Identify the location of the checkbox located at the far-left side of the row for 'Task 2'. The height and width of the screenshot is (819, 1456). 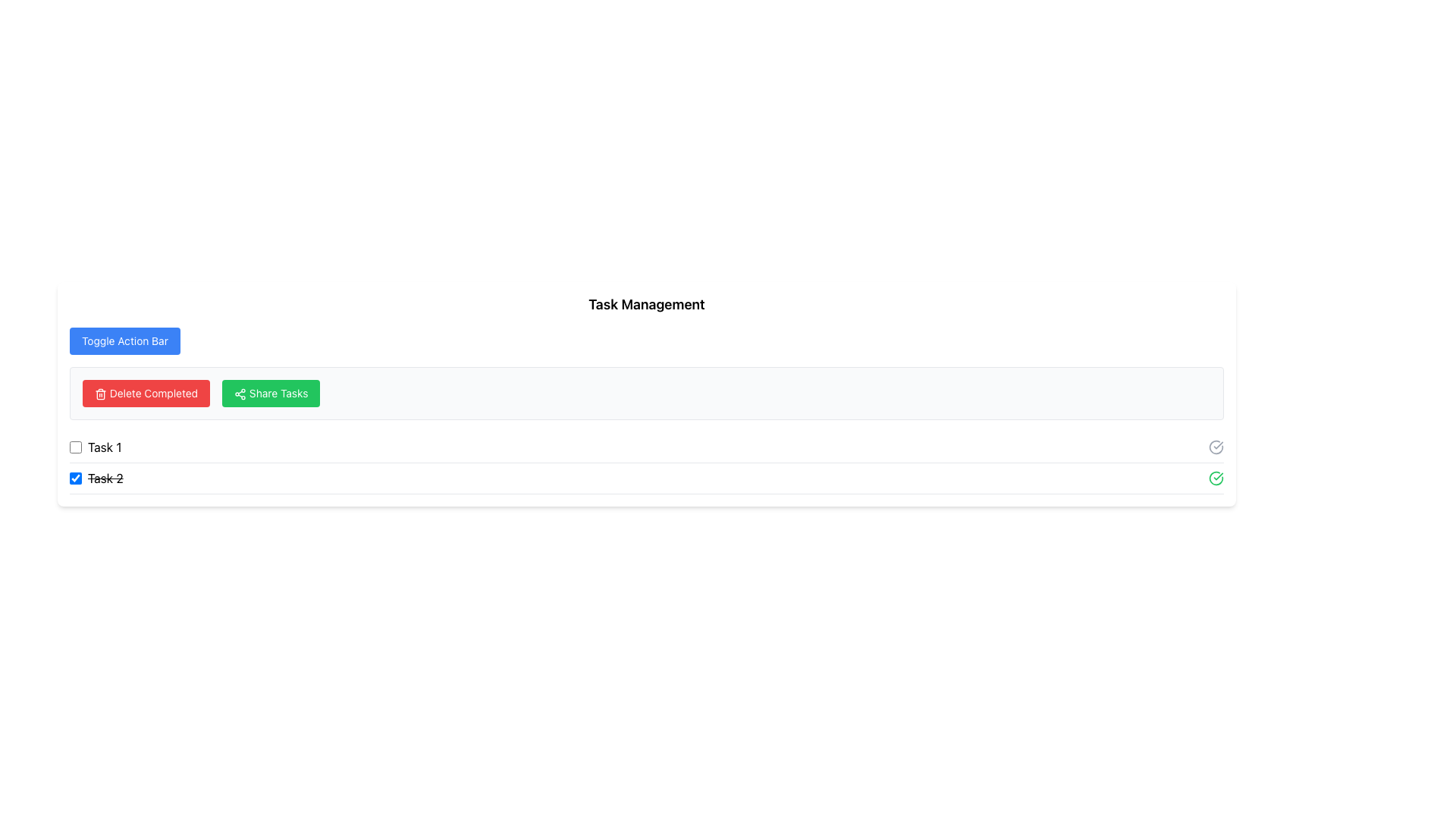
(75, 479).